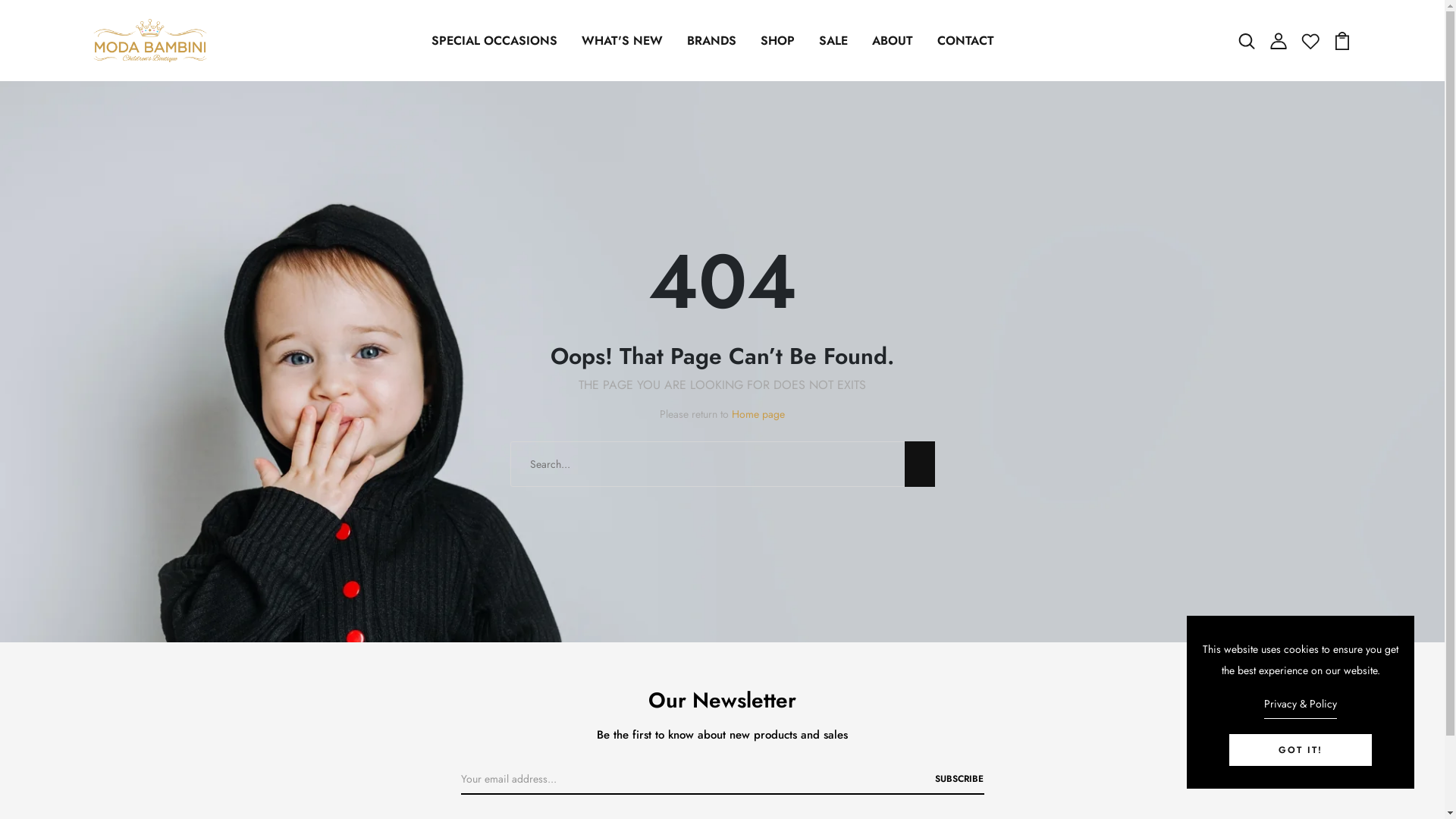  What do you see at coordinates (1277, 39) in the screenshot?
I see `'image/svg+xml'` at bounding box center [1277, 39].